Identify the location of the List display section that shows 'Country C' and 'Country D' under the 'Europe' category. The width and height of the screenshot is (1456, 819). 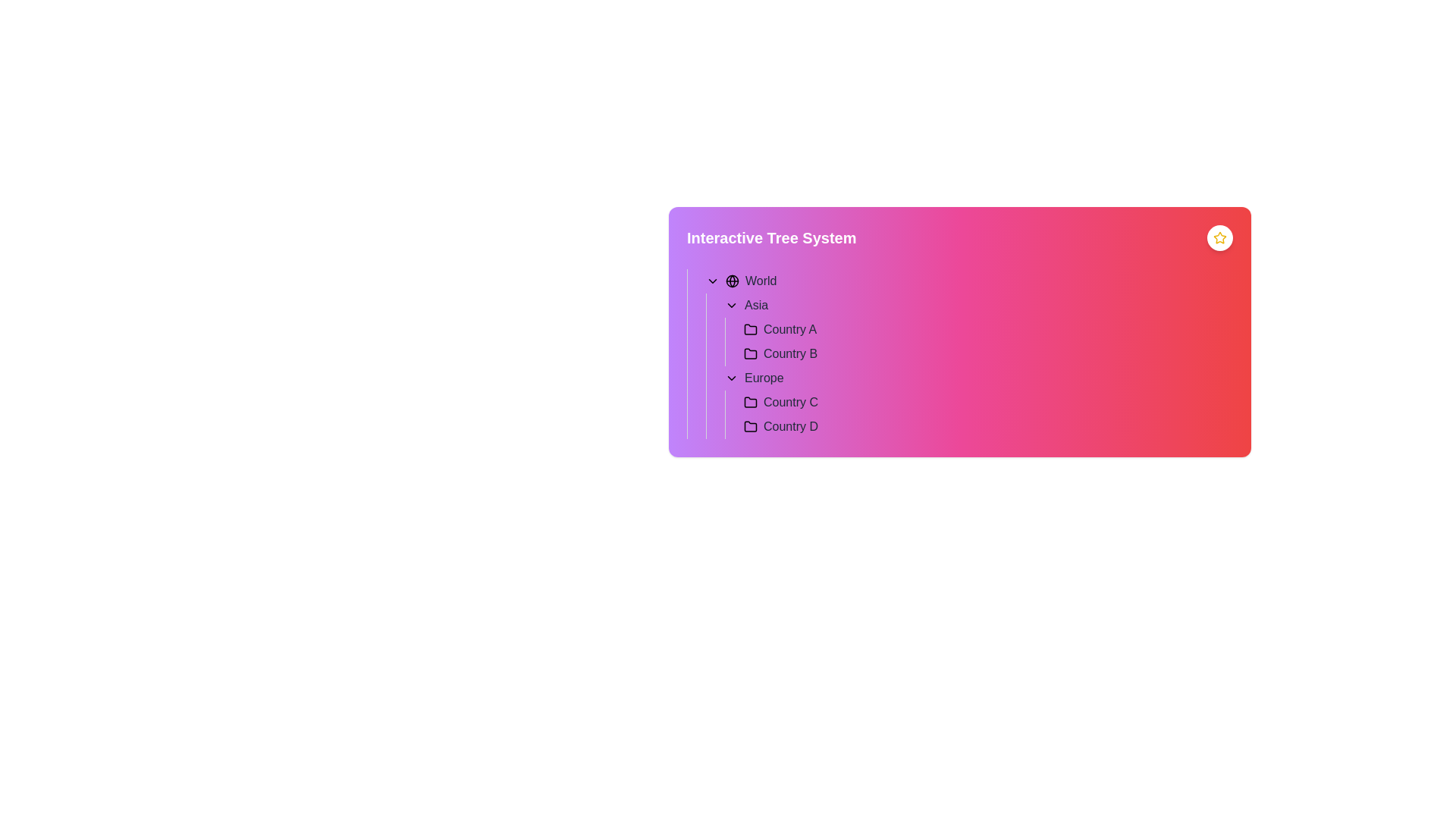
(979, 415).